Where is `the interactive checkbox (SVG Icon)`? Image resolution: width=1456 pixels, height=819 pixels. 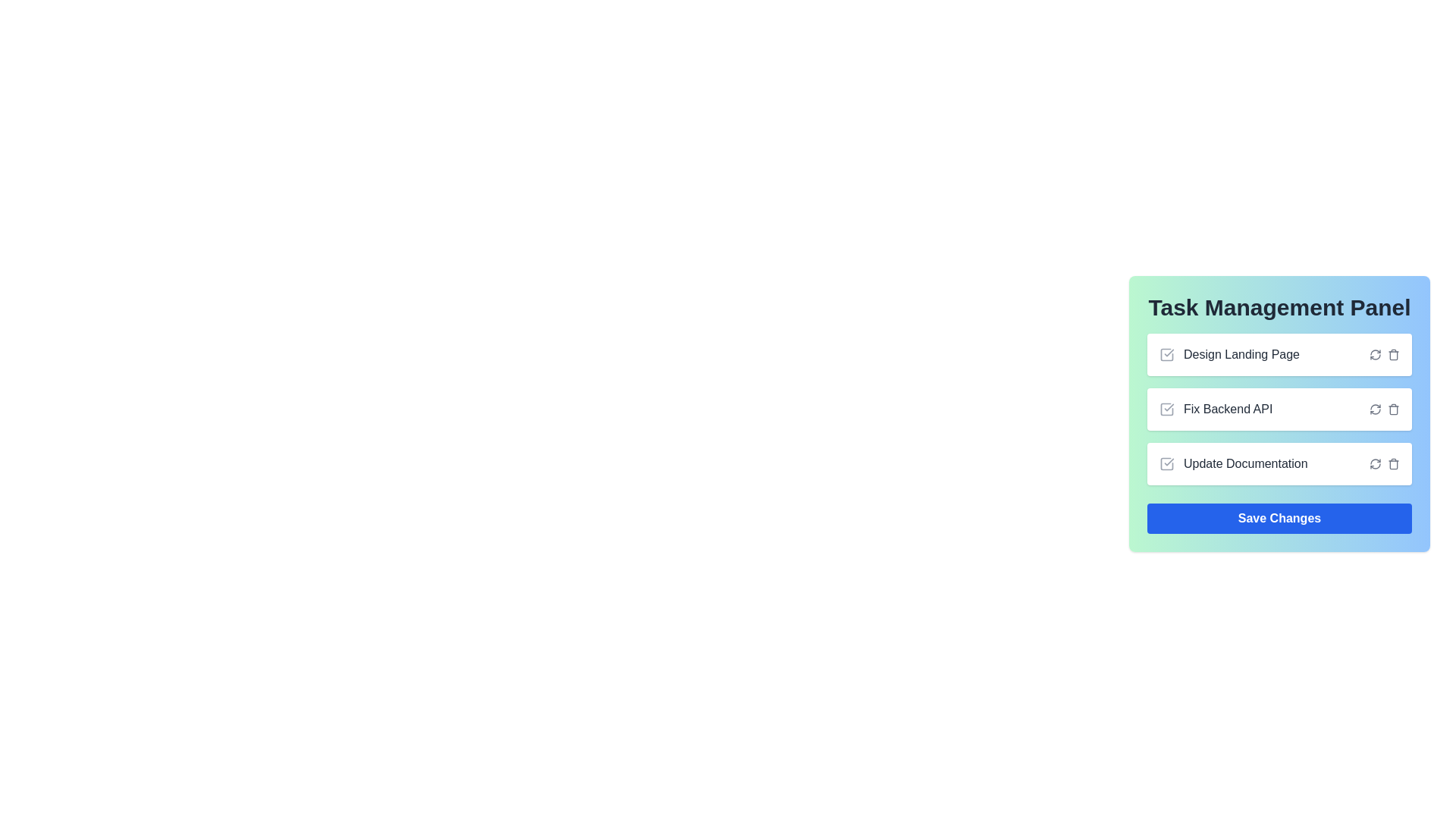
the interactive checkbox (SVG Icon) is located at coordinates (1166, 409).